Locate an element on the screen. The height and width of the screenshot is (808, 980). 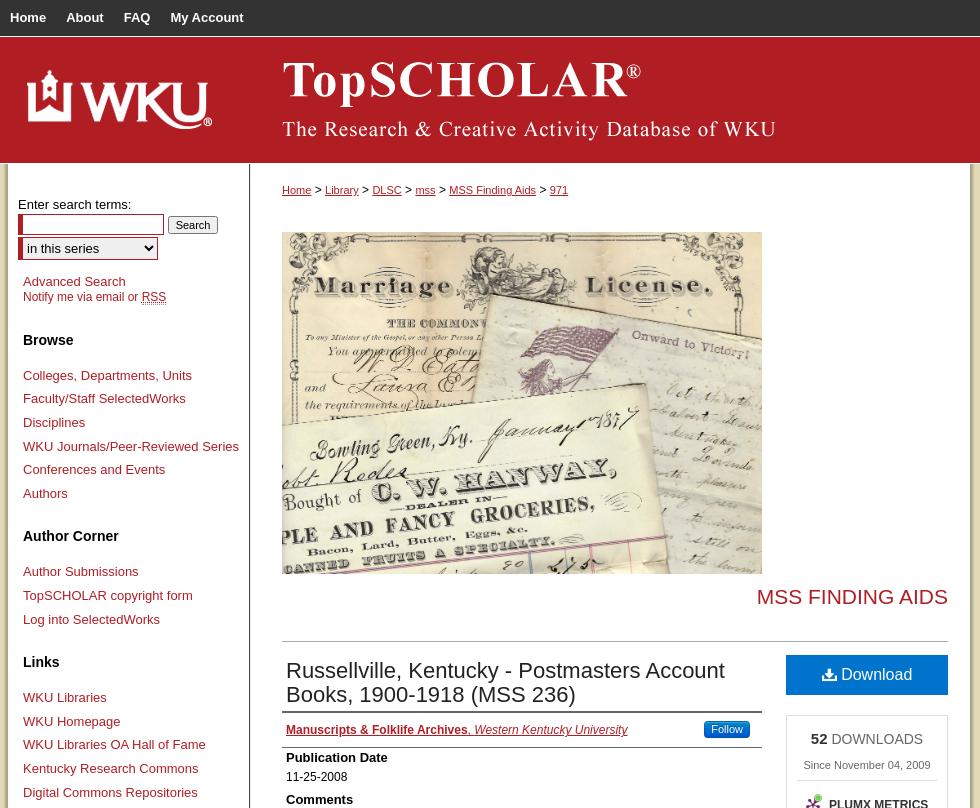
'Colleges, Departments, Units' is located at coordinates (107, 373).